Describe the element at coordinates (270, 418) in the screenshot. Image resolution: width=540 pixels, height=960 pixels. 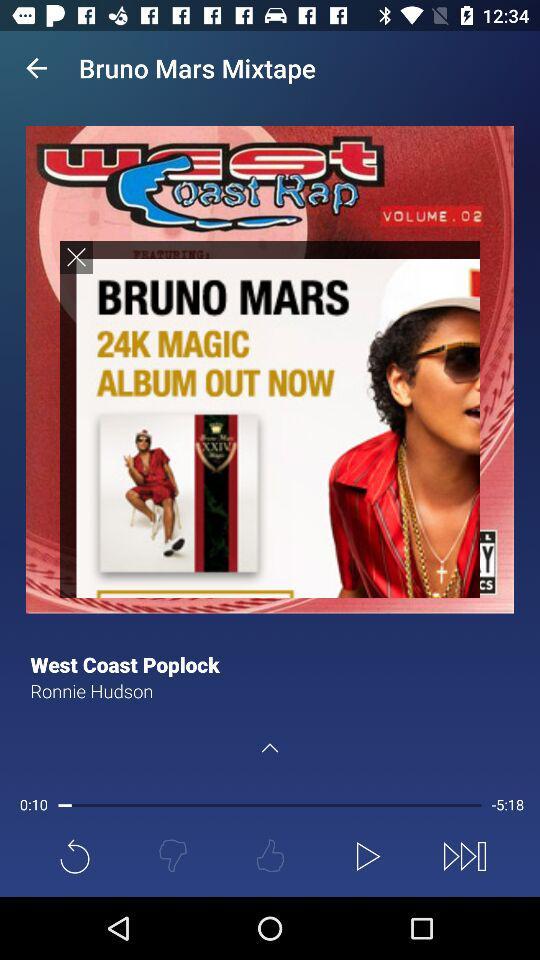
I see `sereen page` at that location.